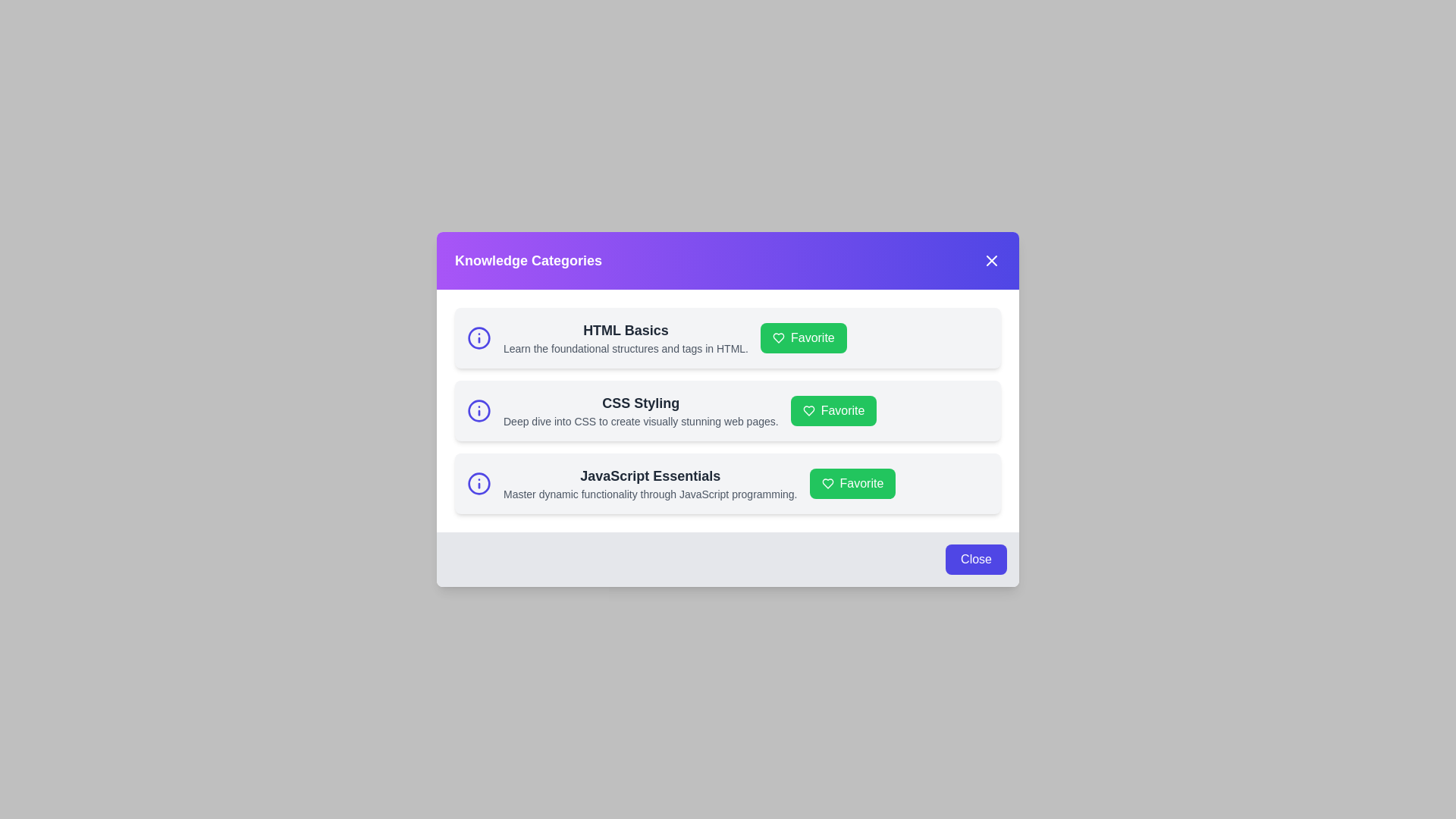 The width and height of the screenshot is (1456, 819). I want to click on the heart icon outlined in green that symbolizes the 'favorite' action, located adjacent to the text 'Favorite' within a button-like structure, so click(827, 483).